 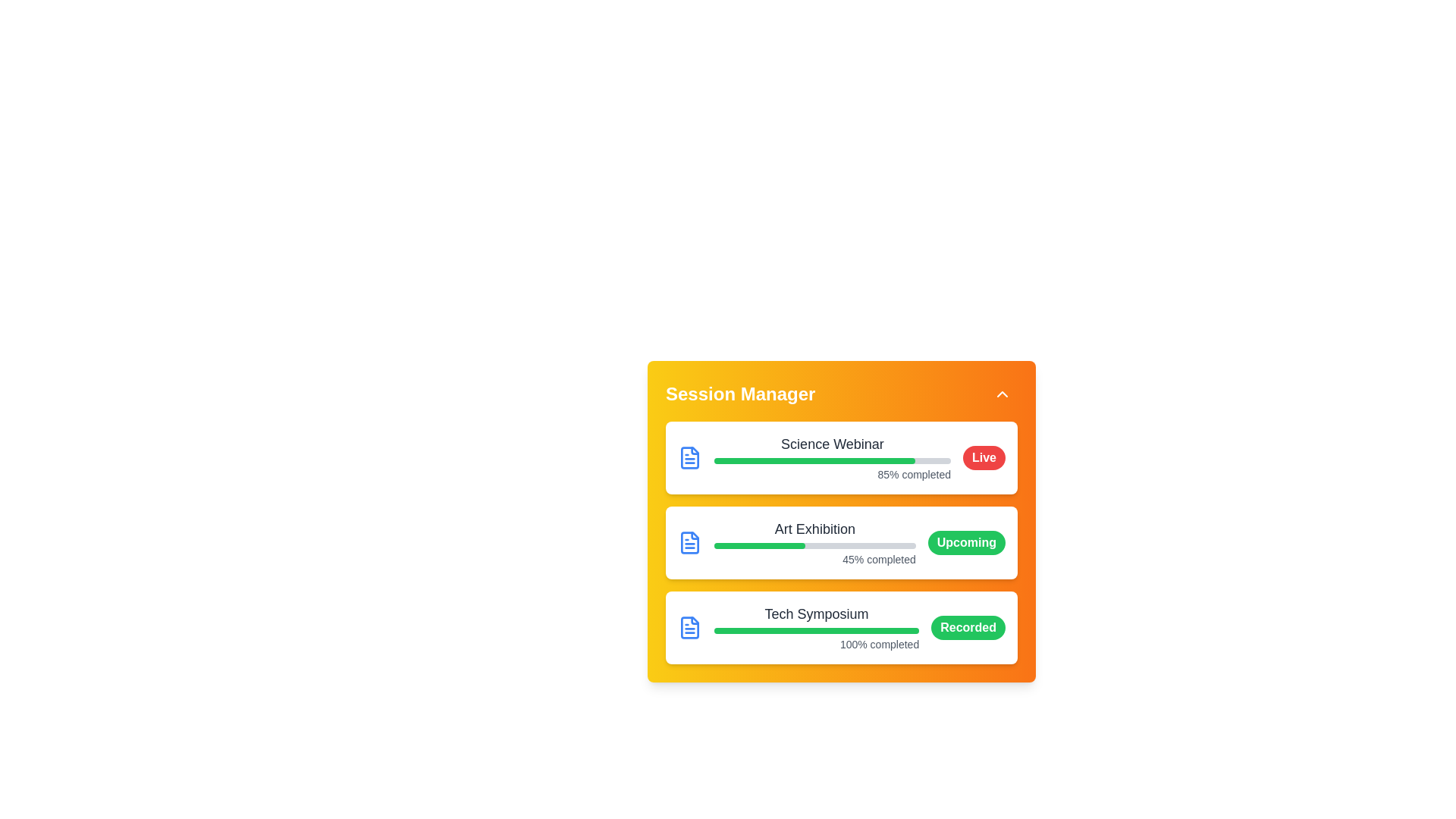 I want to click on the 'Art Exhibition' informational card located in the middle of the vertically stacked list within the 'Session Manager' interface, so click(x=840, y=542).